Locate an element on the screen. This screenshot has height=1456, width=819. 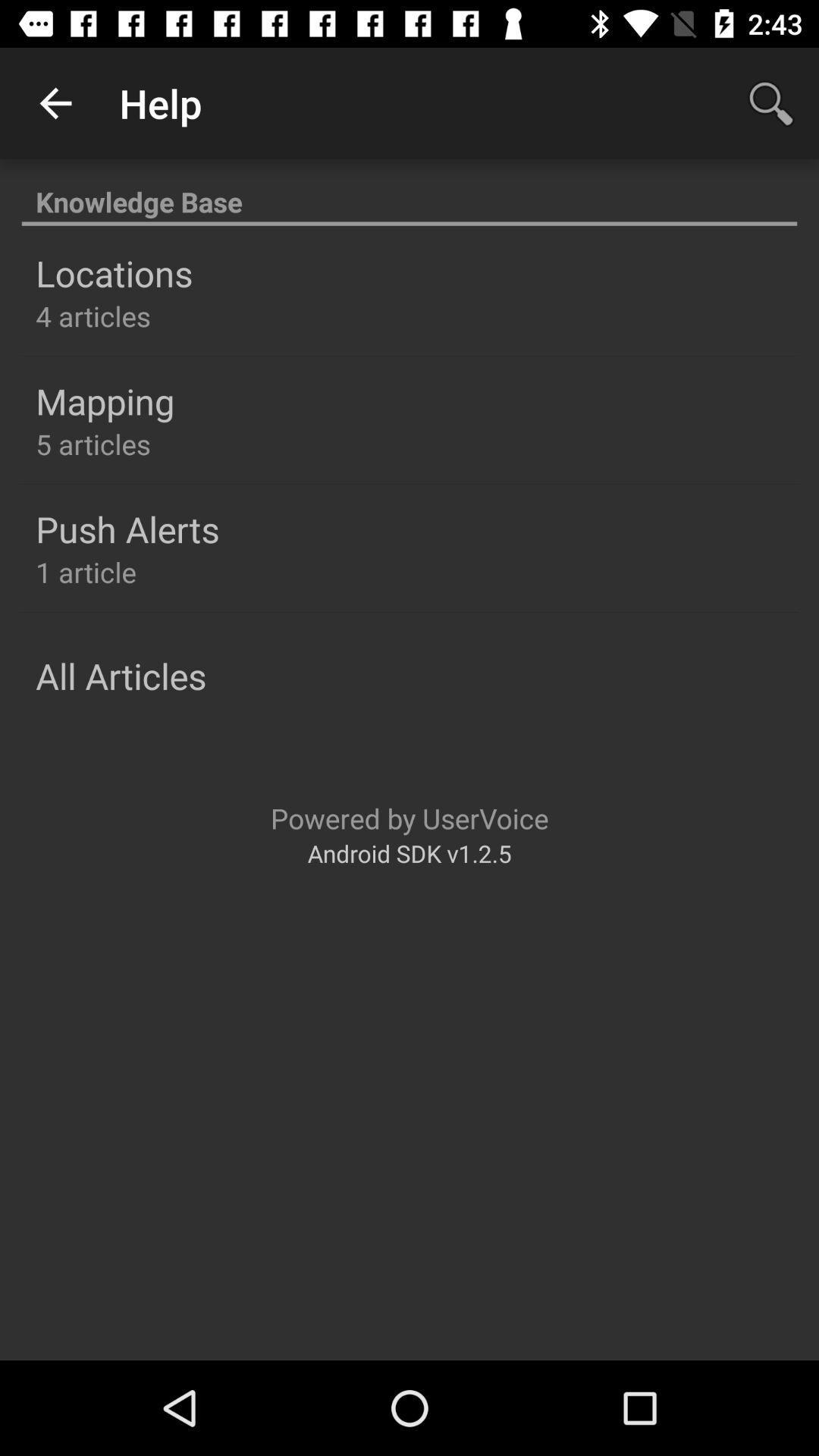
icon at the top right corner is located at coordinates (771, 102).